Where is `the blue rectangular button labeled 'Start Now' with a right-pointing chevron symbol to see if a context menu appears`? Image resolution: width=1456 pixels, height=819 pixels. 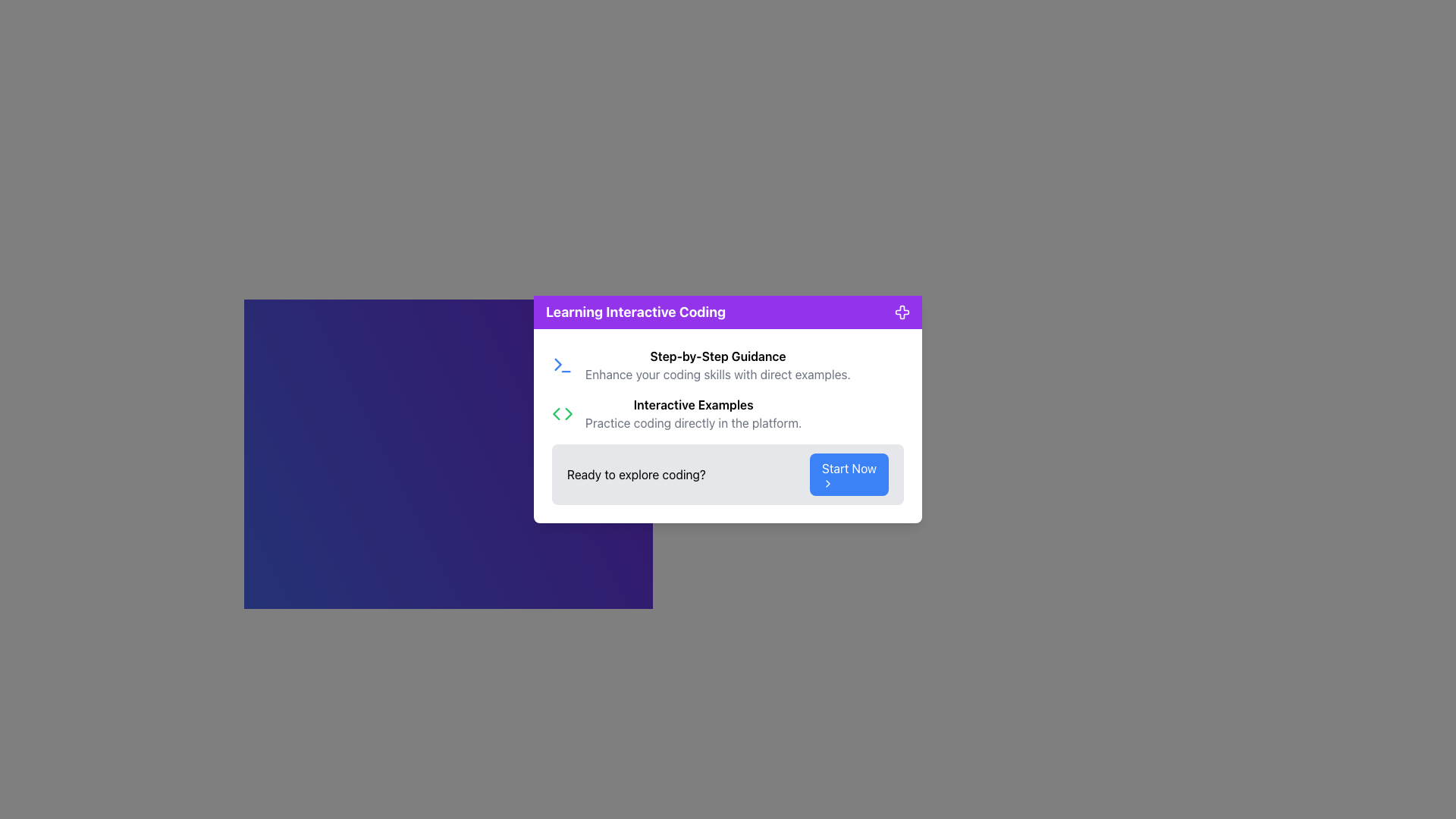
the blue rectangular button labeled 'Start Now' with a right-pointing chevron symbol to see if a context menu appears is located at coordinates (848, 473).